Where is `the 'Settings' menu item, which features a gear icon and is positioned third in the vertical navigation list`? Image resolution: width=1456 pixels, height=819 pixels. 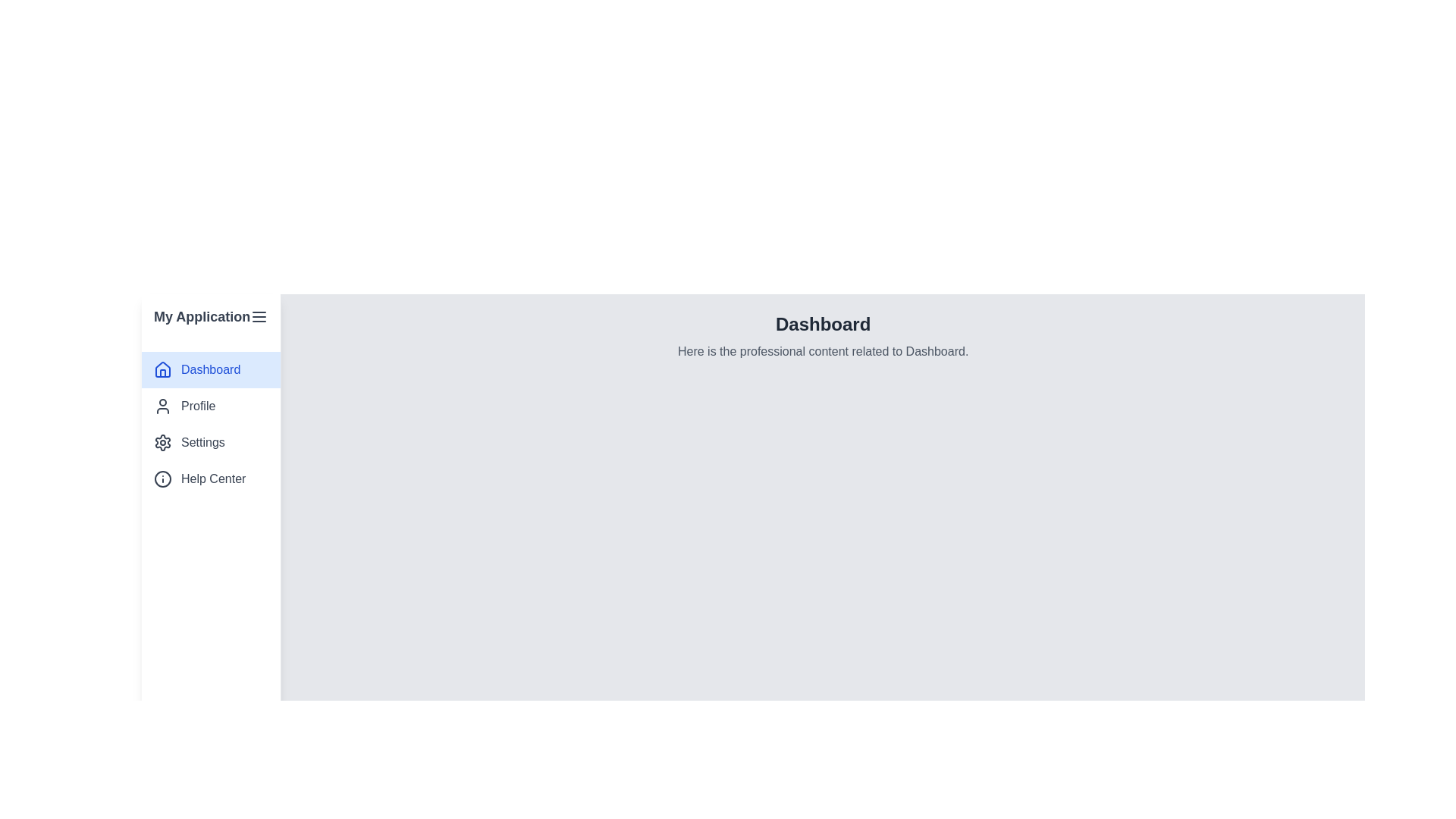 the 'Settings' menu item, which features a gear icon and is positioned third in the vertical navigation list is located at coordinates (210, 442).